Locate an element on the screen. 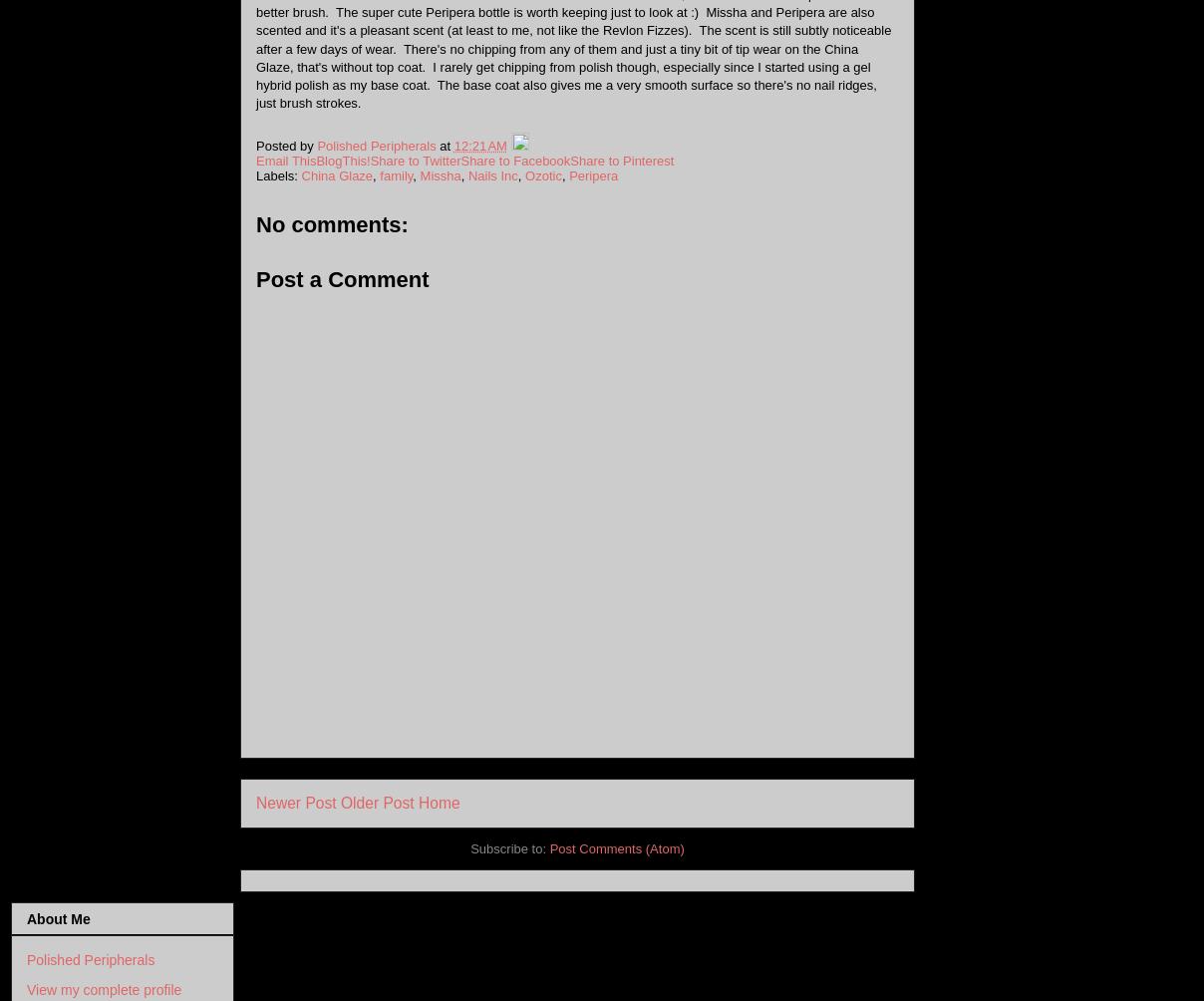  'Missha' is located at coordinates (418, 173).